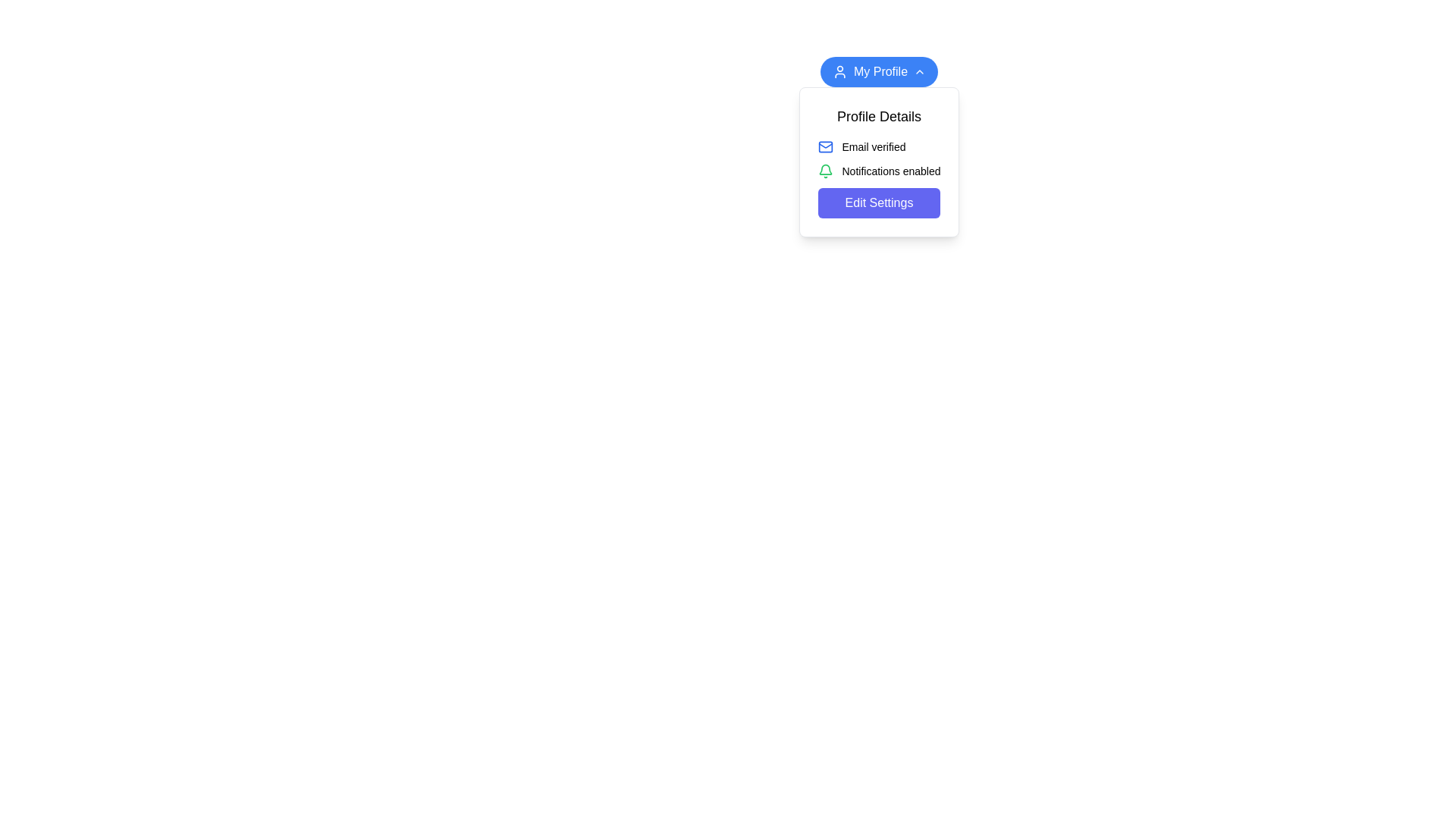  What do you see at coordinates (879, 177) in the screenshot?
I see `the status of email and notifications by interacting with the informational and functional panel located under 'Profile Details', which indicates 'Email verified' and 'Notifications enabled'` at bounding box center [879, 177].